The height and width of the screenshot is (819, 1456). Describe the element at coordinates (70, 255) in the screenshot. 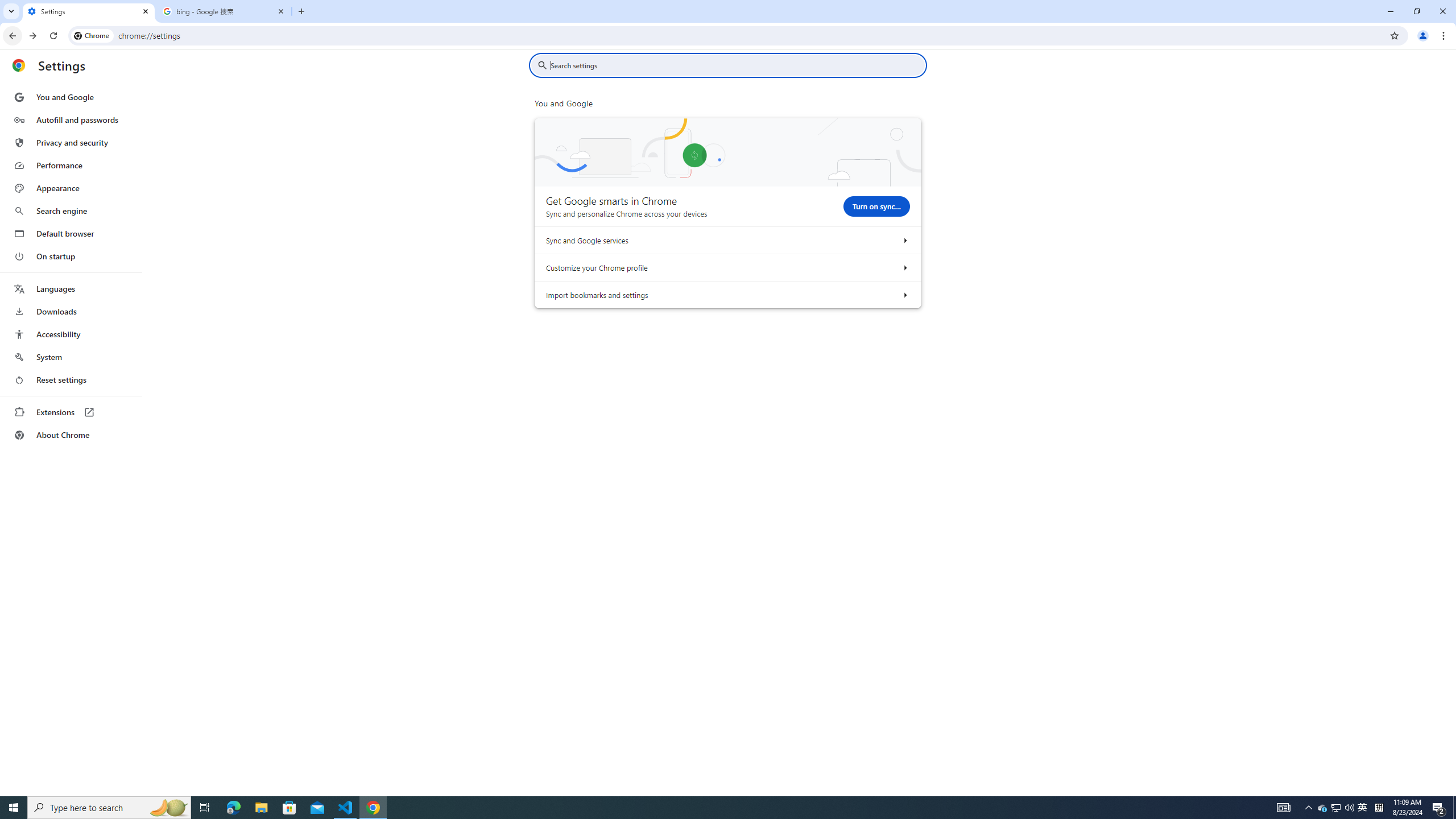

I see `'On startup'` at that location.